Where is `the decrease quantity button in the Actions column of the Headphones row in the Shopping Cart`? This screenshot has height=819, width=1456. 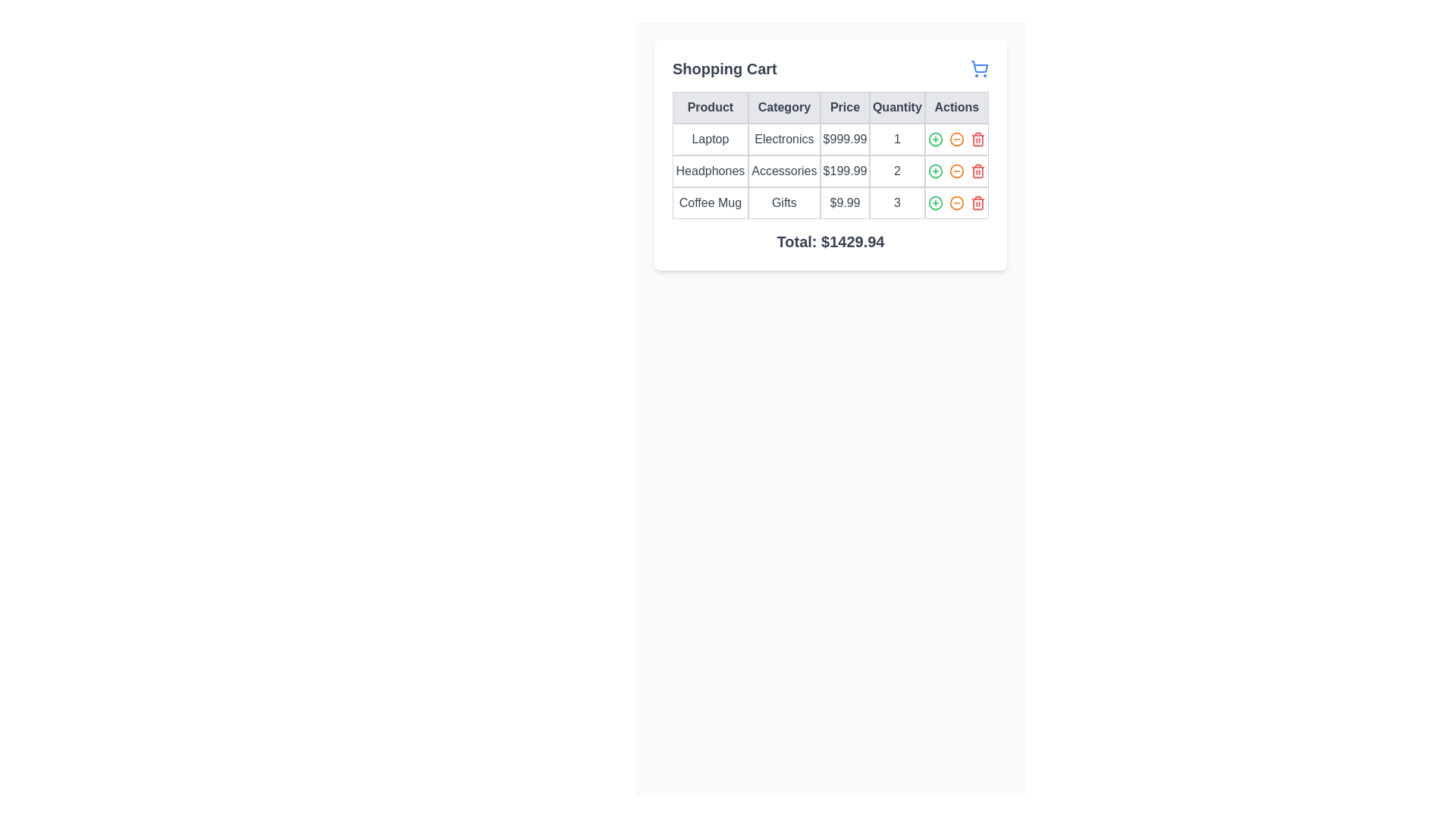 the decrease quantity button in the Actions column of the Headphones row in the Shopping Cart is located at coordinates (955, 171).